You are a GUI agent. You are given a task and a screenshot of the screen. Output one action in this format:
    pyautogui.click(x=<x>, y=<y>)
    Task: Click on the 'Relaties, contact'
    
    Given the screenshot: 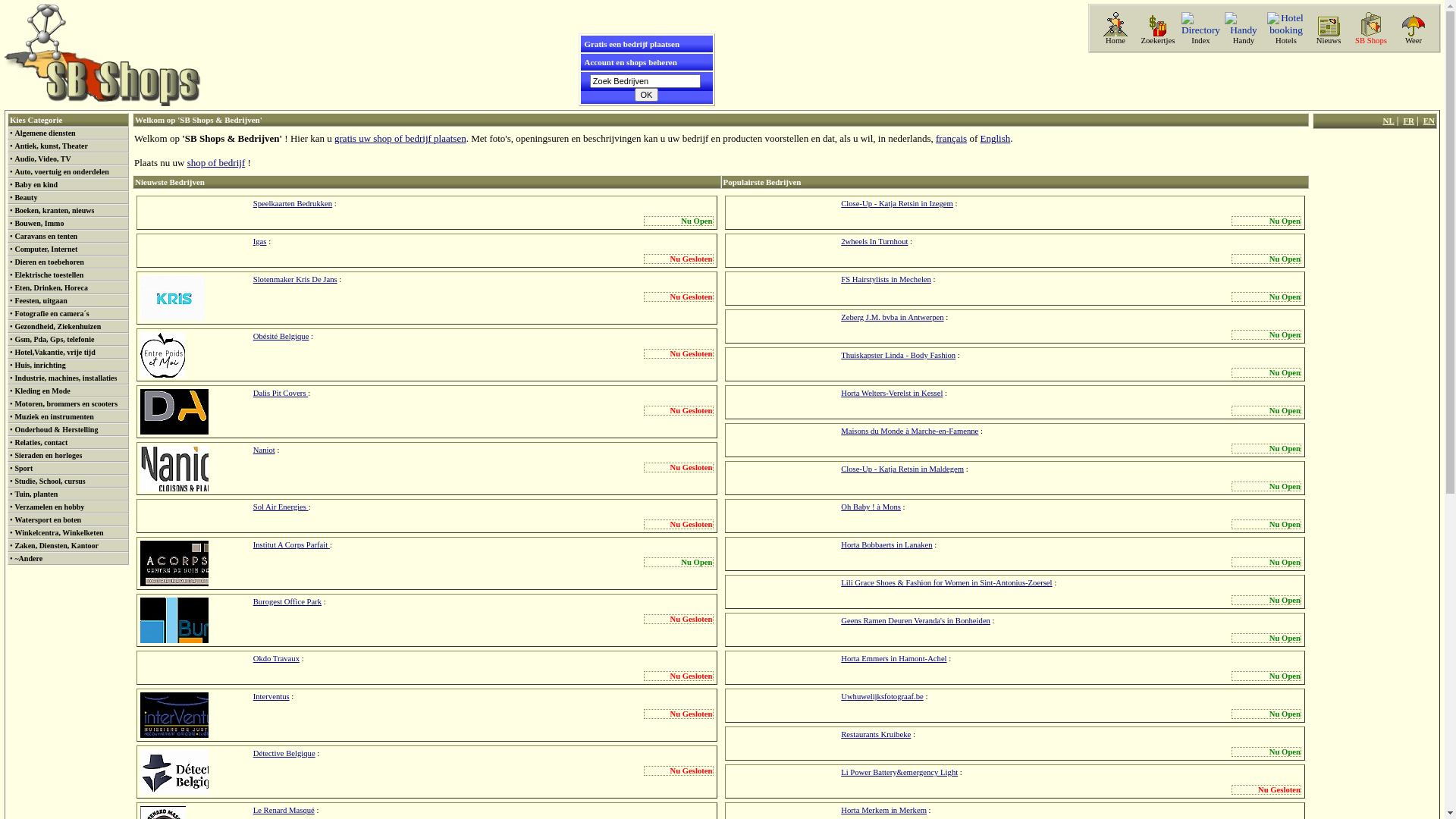 What is the action you would take?
    pyautogui.click(x=40, y=442)
    